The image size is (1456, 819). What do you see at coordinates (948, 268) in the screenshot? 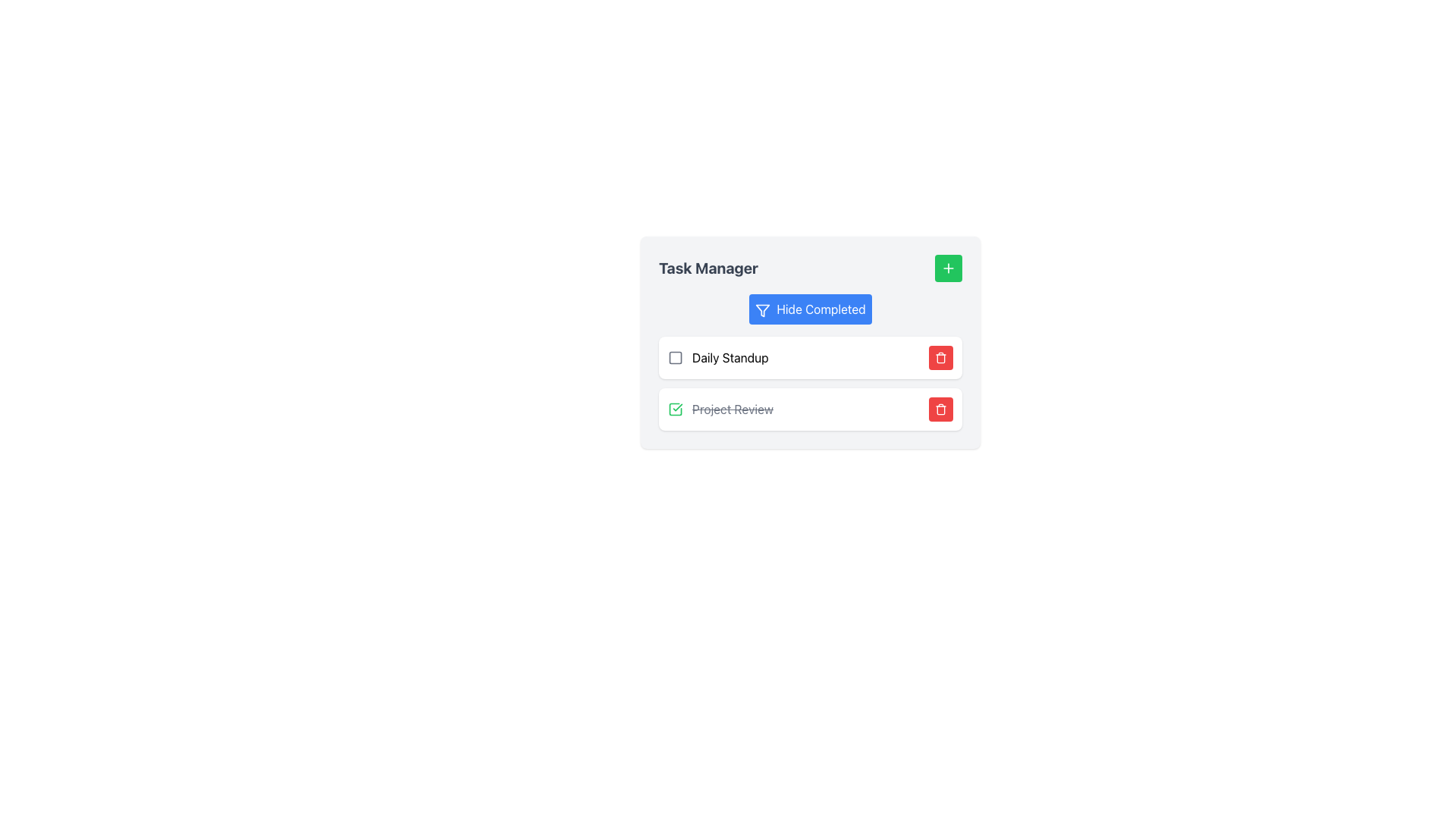
I see `the button located in the top-right corner of the 'Task Manager' section` at bounding box center [948, 268].